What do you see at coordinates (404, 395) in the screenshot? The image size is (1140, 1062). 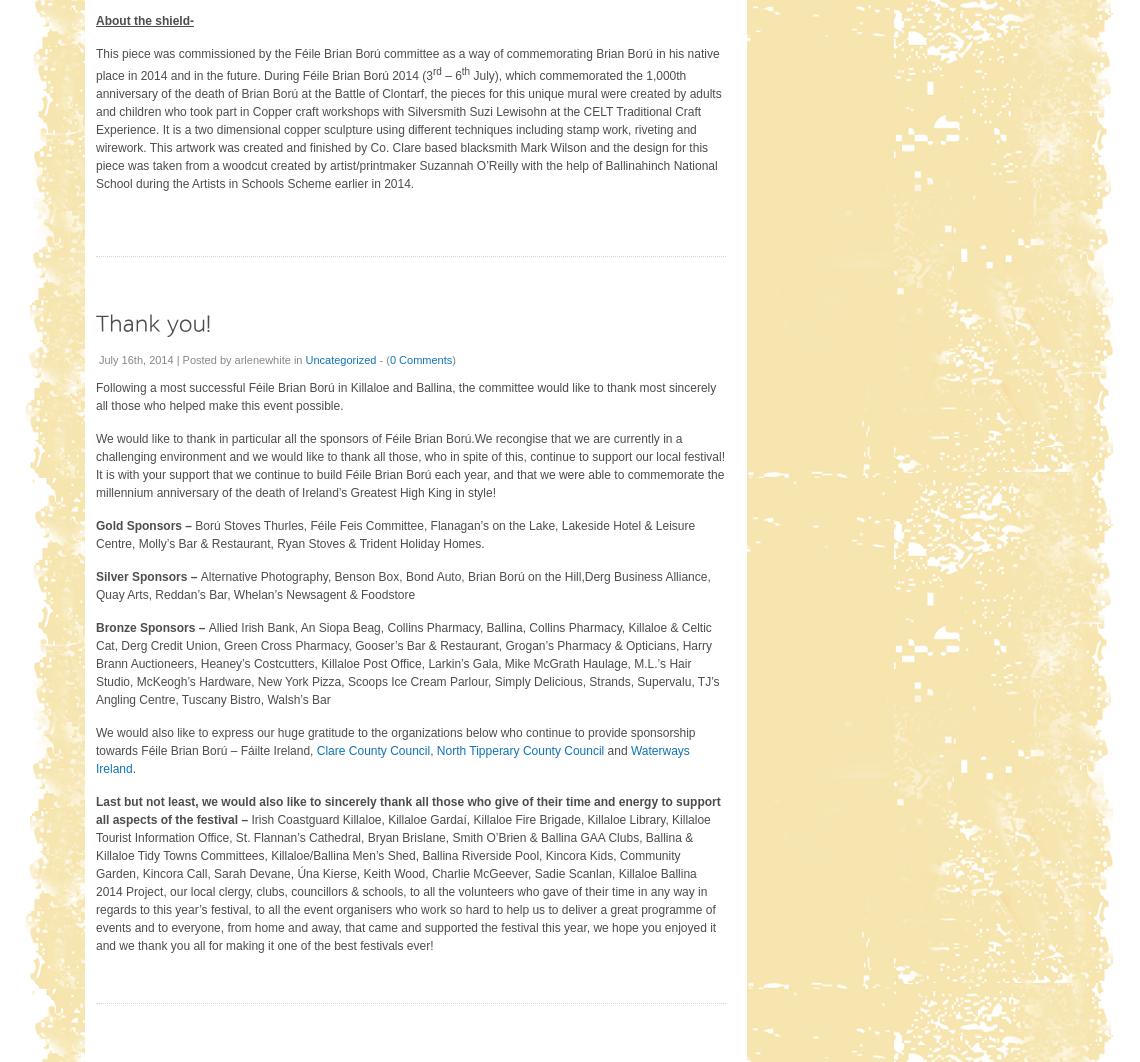 I see `'Following a most successful Féile Brian Ború in Killaloe and Ballina, the committee would like to thank most sincerely all those who helped make this event possible.'` at bounding box center [404, 395].